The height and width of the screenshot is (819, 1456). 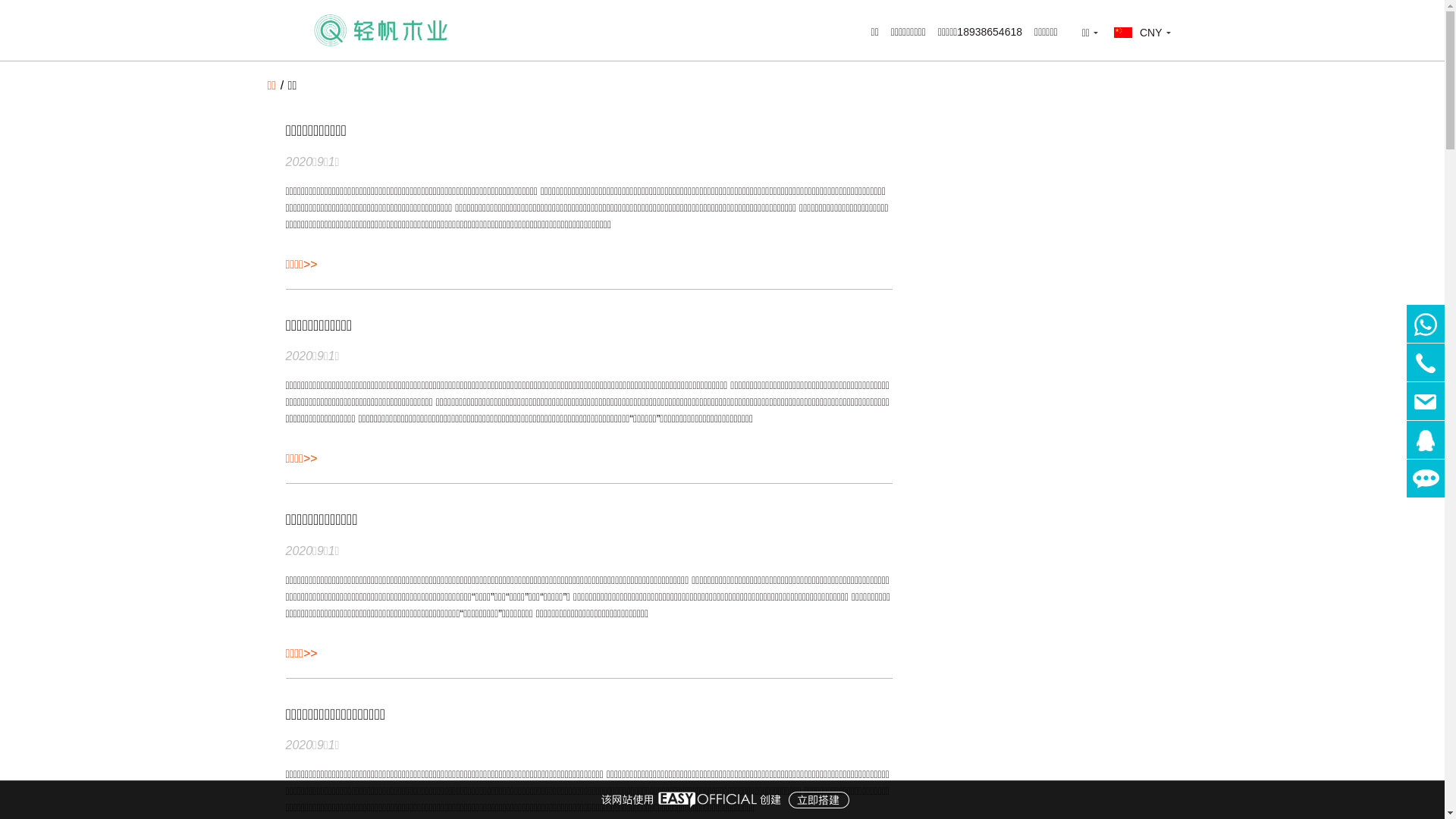 I want to click on 'CNY', so click(x=1142, y=32).